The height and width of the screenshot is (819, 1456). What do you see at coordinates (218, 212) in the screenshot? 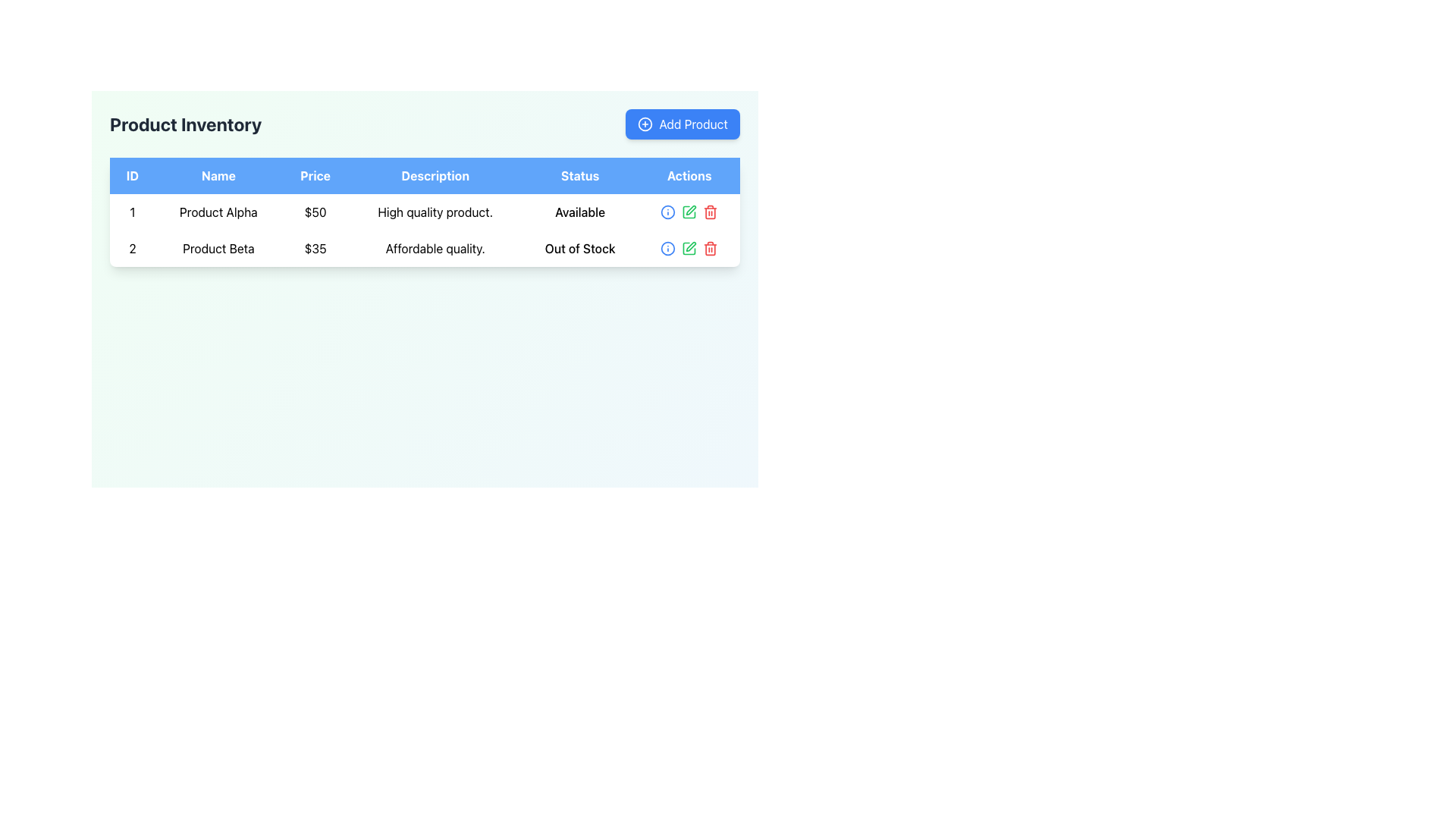
I see `the static text label representing 'Product Alpha' in the first row of the data table, which is aligned between the 'ID' and 'Price' columns` at bounding box center [218, 212].